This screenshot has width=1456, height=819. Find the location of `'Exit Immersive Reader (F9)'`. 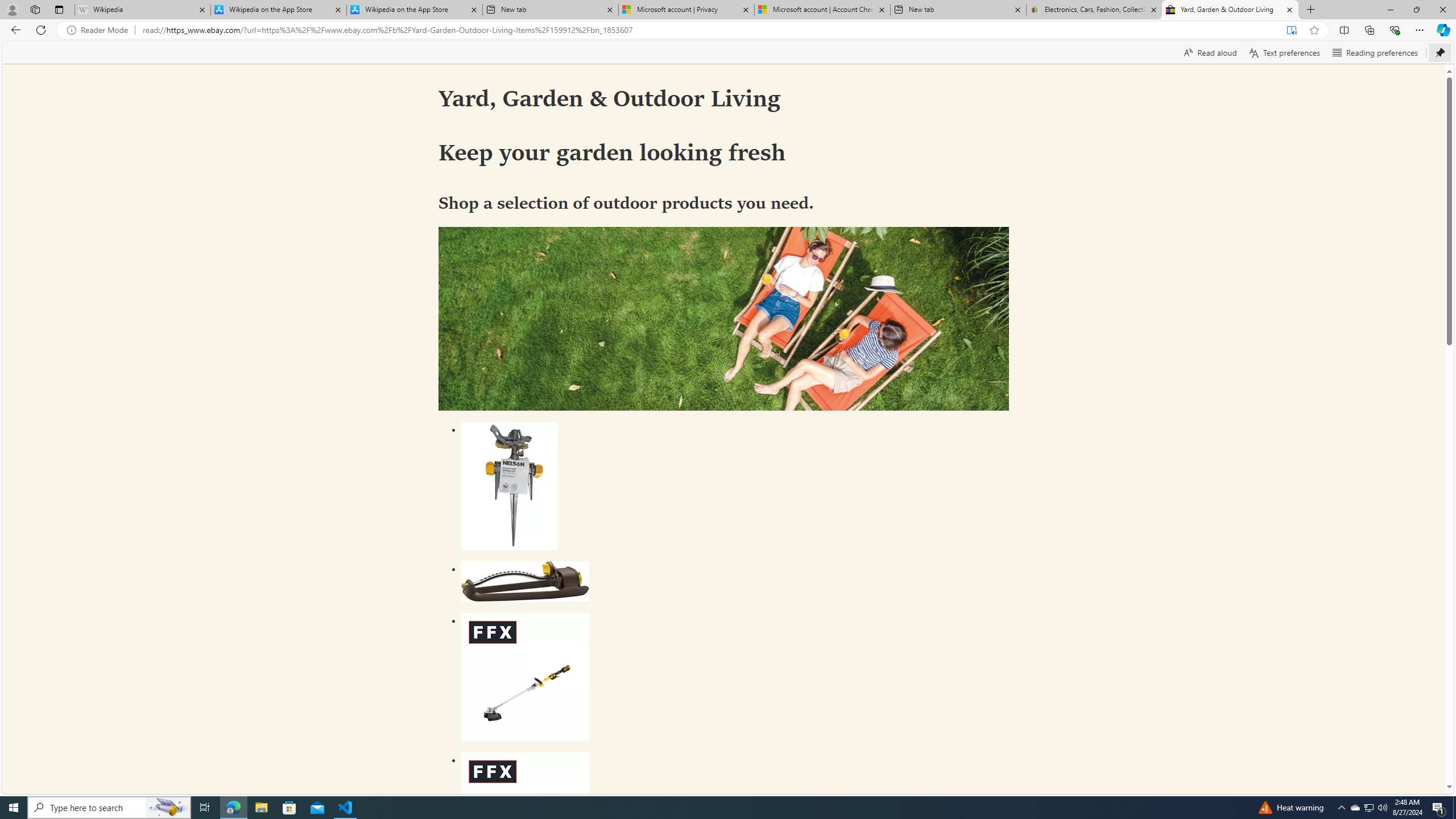

'Exit Immersive Reader (F9)' is located at coordinates (1291, 30).